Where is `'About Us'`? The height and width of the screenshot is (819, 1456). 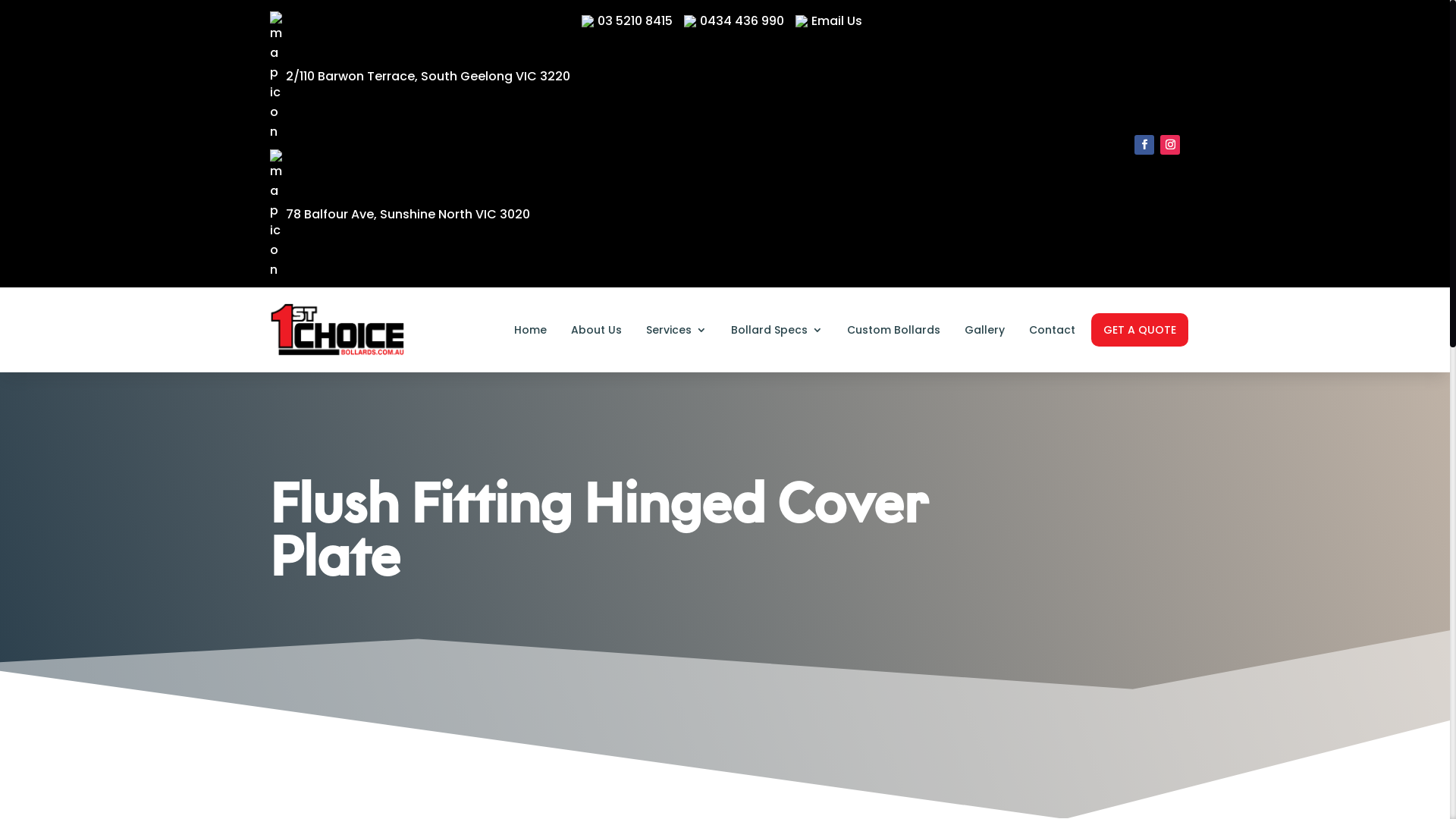 'About Us' is located at coordinates (595, 329).